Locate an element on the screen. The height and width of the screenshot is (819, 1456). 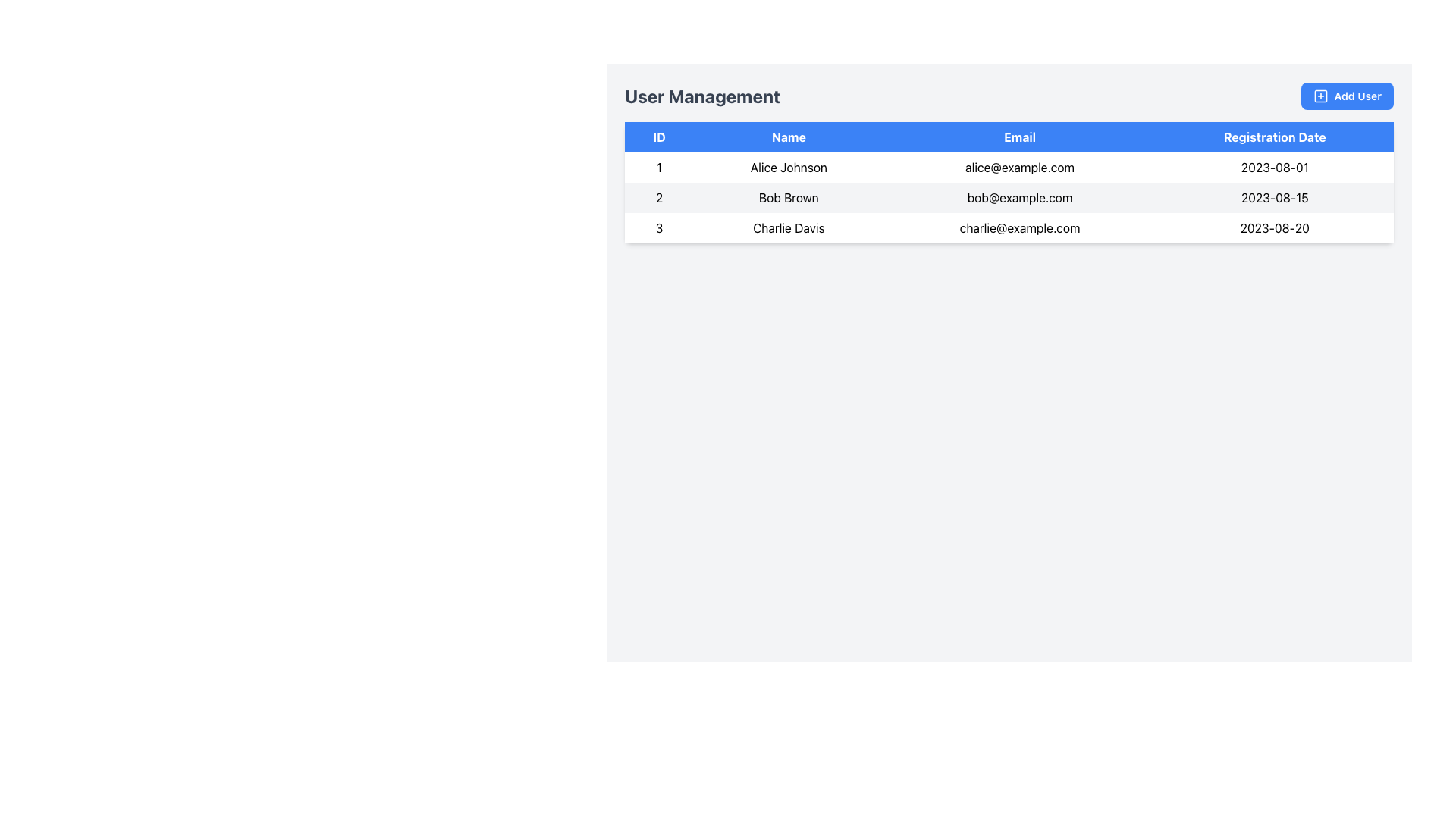
the table header row indicating the categories of the data, specifically the header labeled 'Email', which is the third header from the left is located at coordinates (1009, 137).